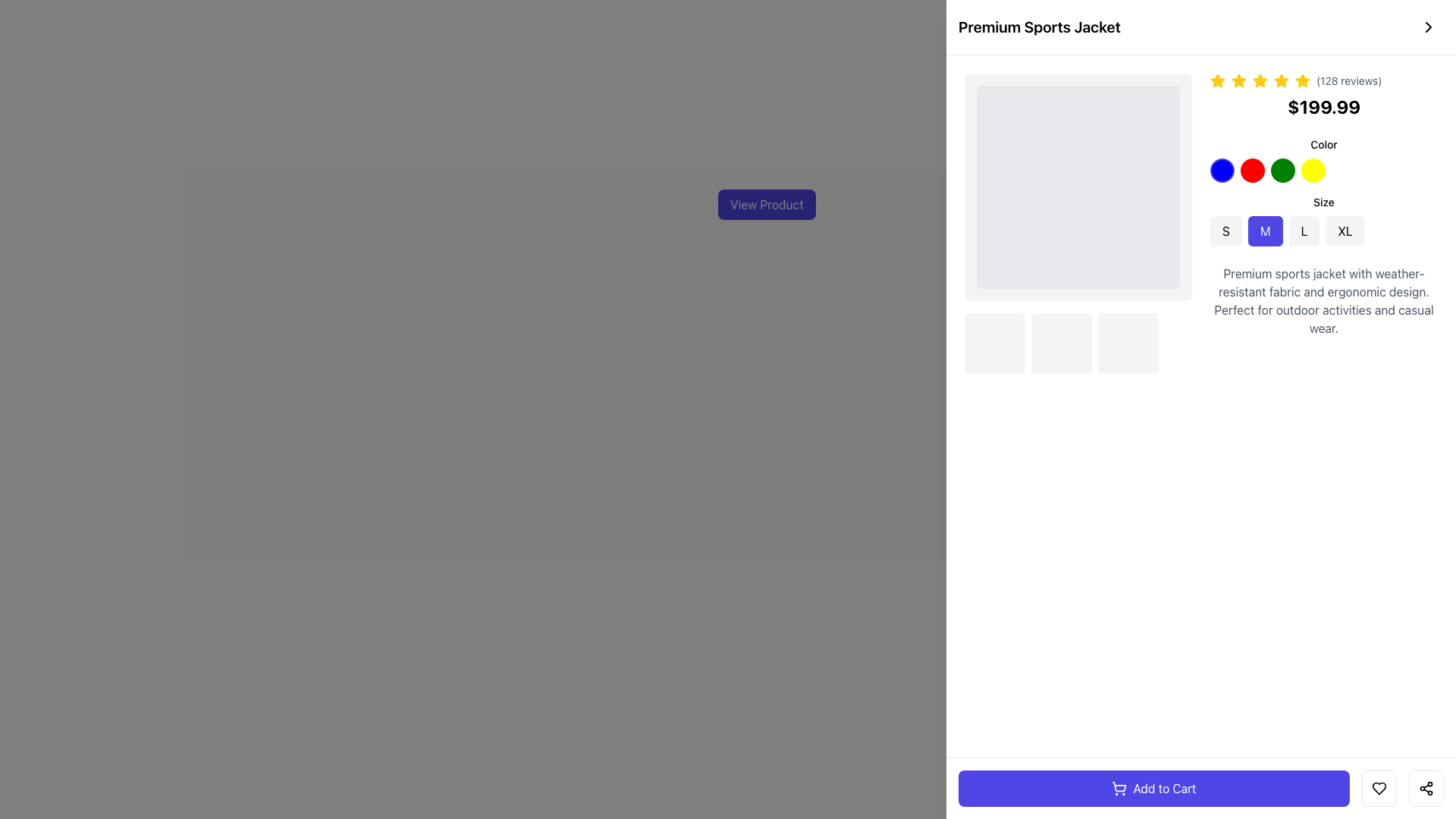 This screenshot has height=819, width=1456. I want to click on the third square component with a light gray background and rounded corners, located just below the main product image, so click(1128, 343).